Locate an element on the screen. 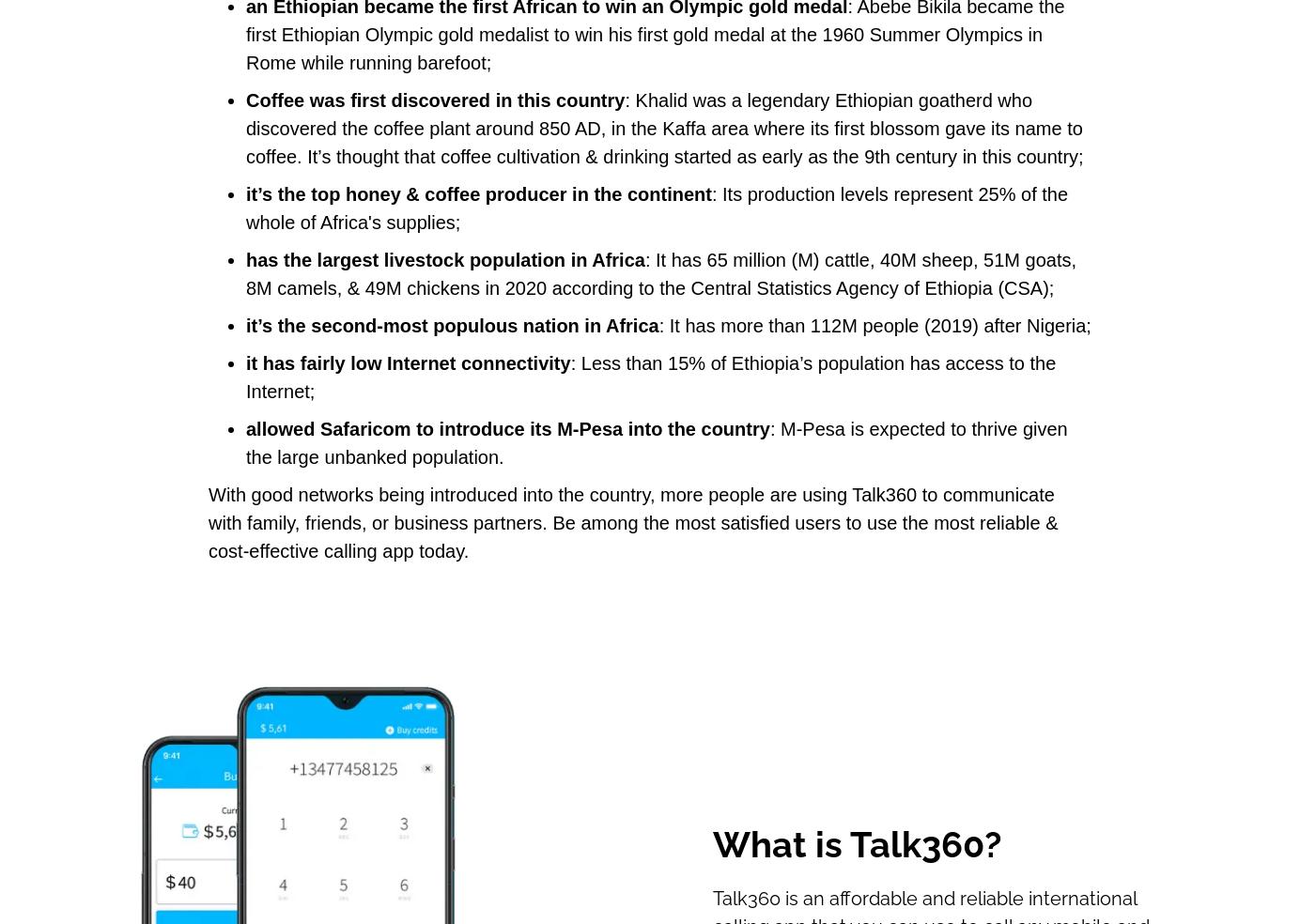  ': It has more than 112M people (2019) after Nigeria;' is located at coordinates (657, 324).